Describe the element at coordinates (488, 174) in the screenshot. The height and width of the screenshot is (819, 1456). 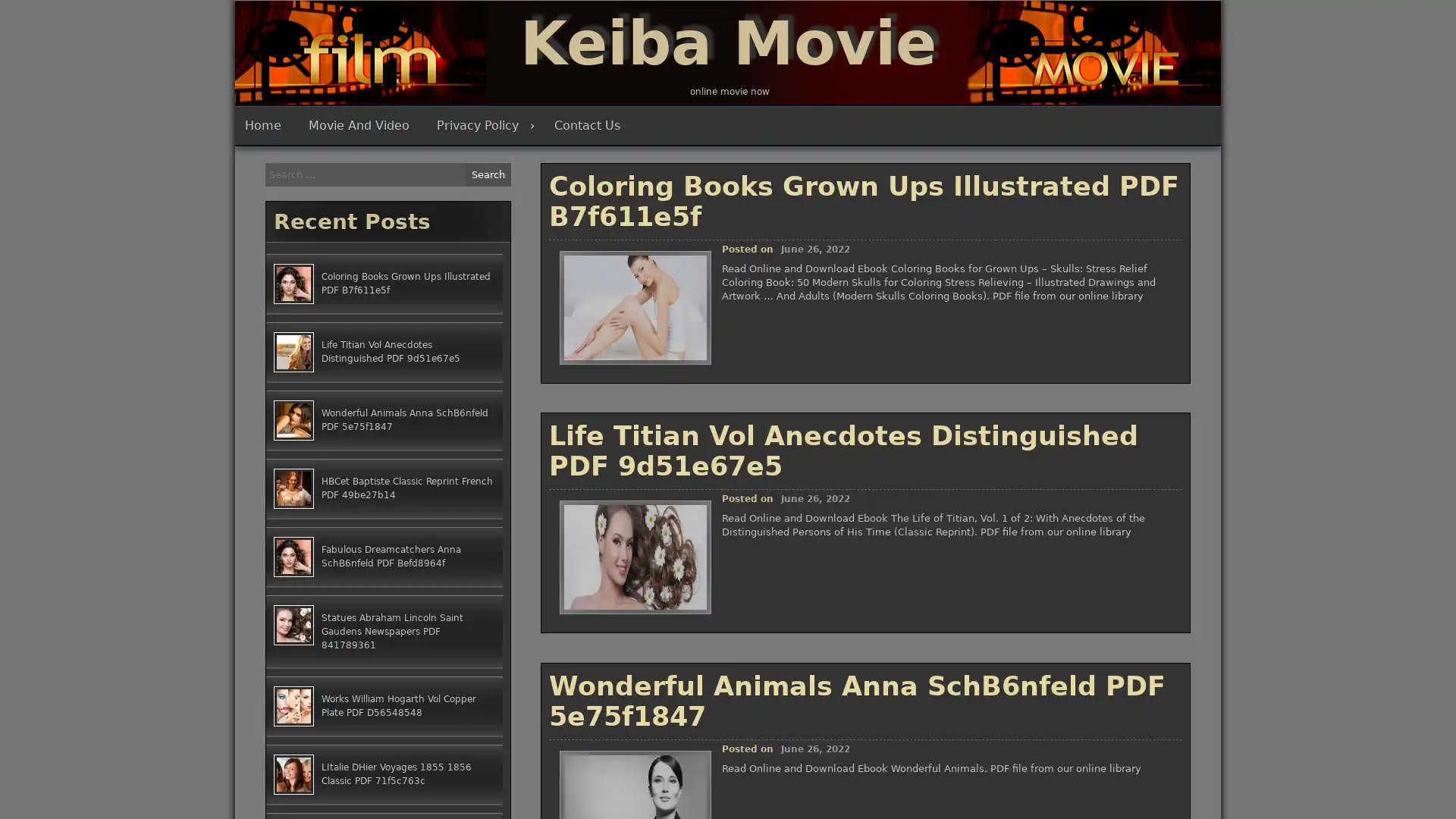
I see `Search` at that location.